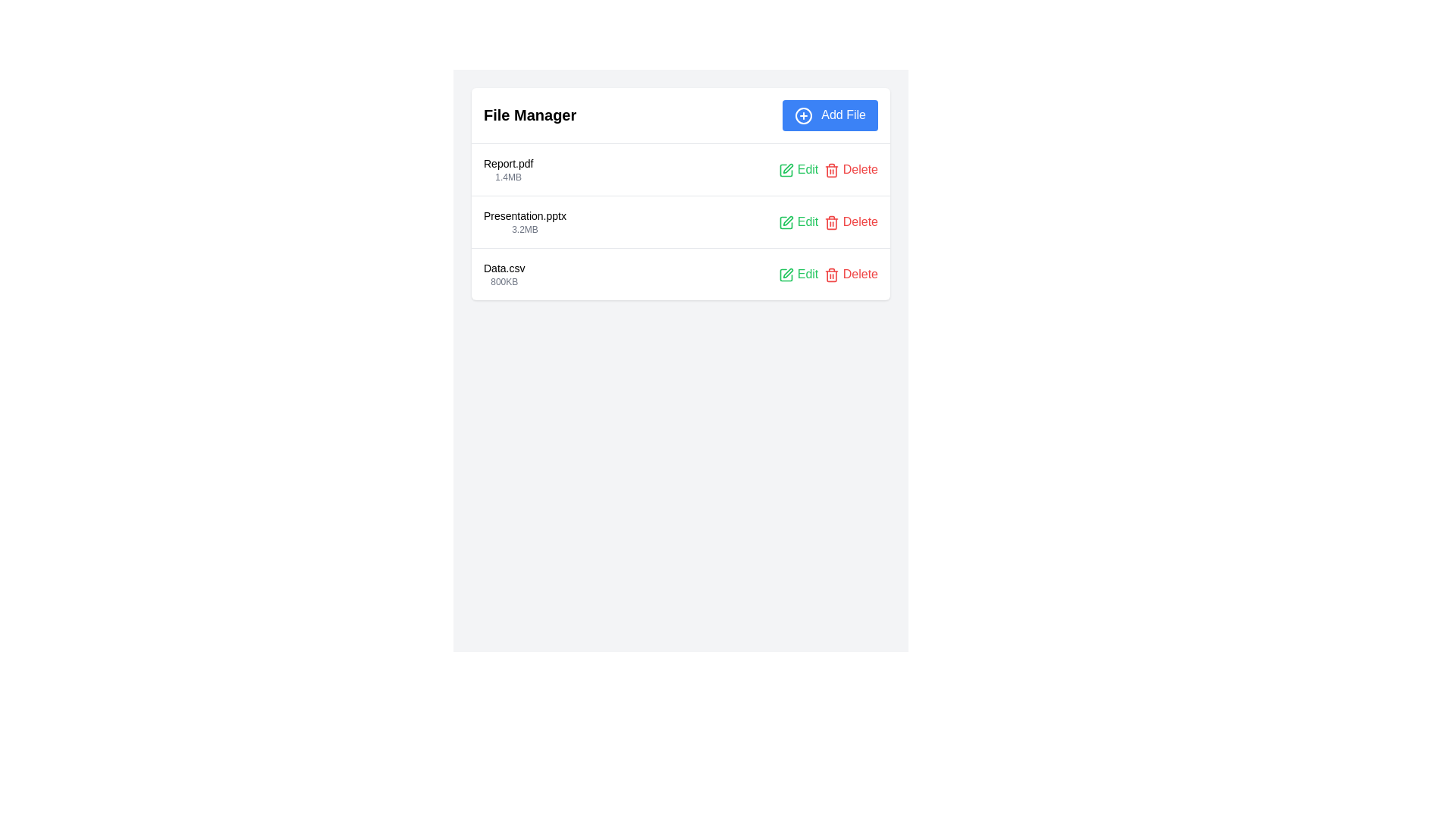 This screenshot has height=819, width=1456. I want to click on the text display showing 'Report.pdf' and '1.4MB' to copy the file name and size, so click(508, 169).